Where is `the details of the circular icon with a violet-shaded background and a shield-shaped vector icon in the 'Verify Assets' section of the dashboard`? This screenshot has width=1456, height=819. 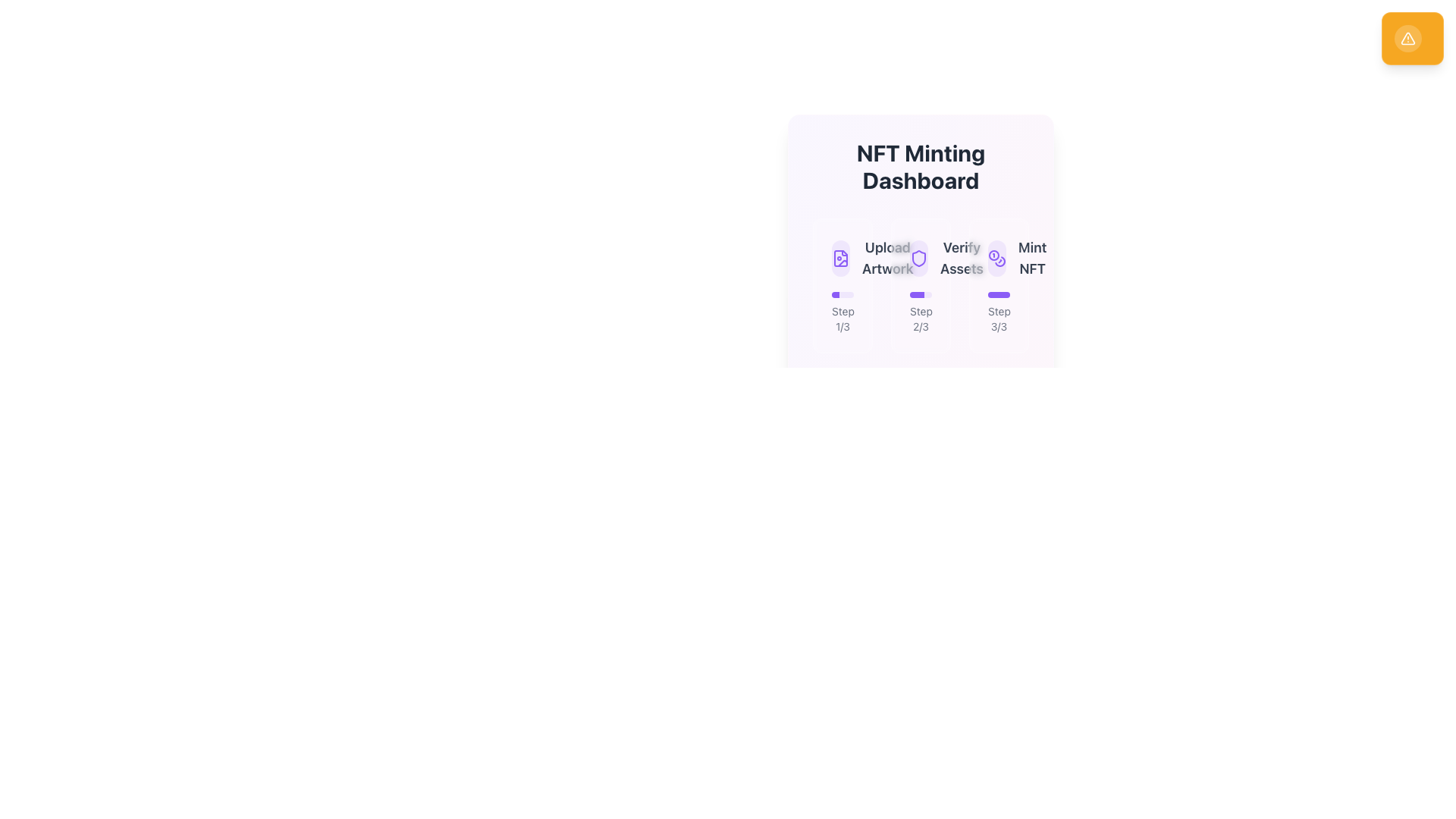
the details of the circular icon with a violet-shaded background and a shield-shaped vector icon in the 'Verify Assets' section of the dashboard is located at coordinates (918, 257).